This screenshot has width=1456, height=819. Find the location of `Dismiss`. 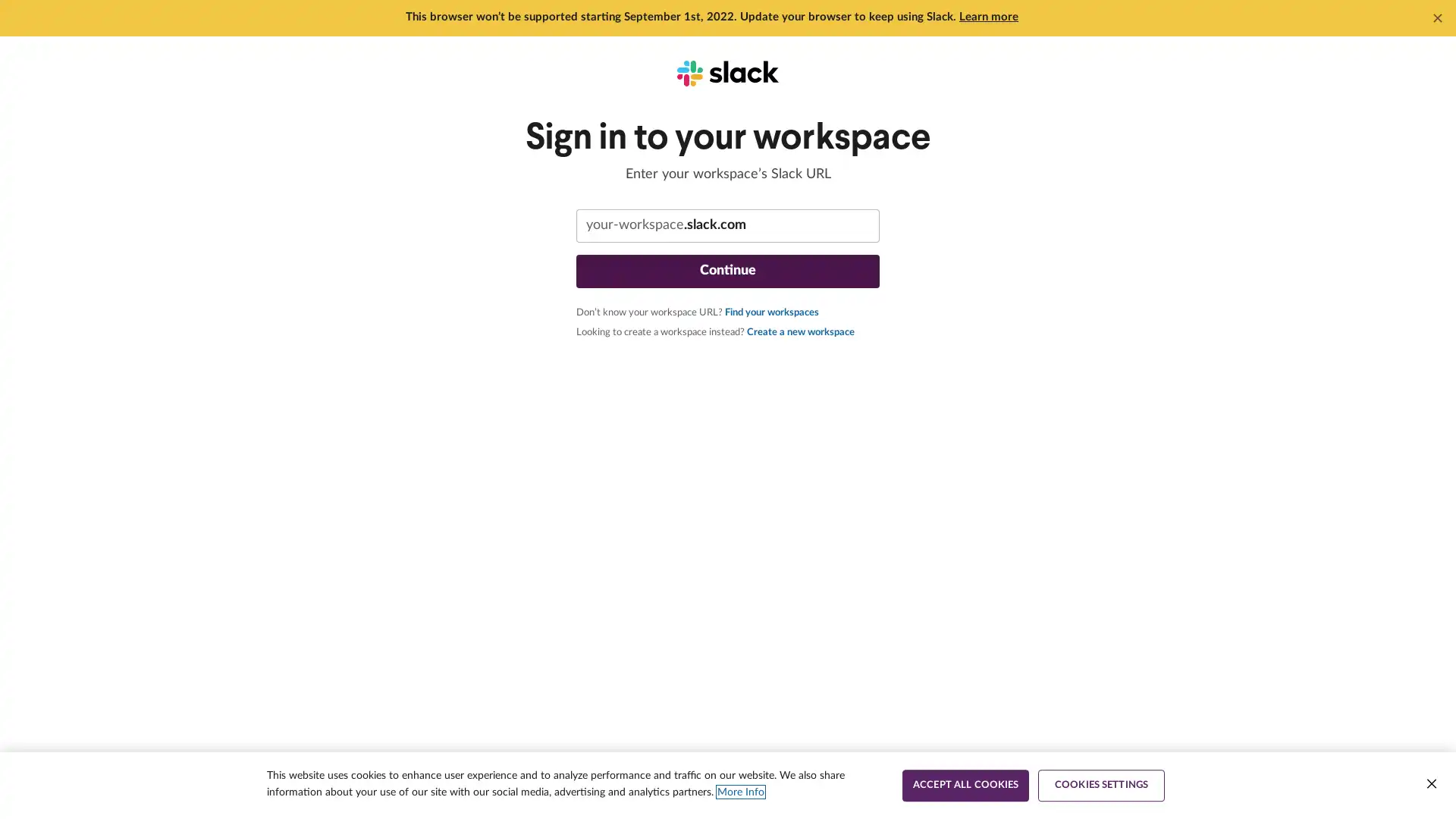

Dismiss is located at coordinates (1437, 17).